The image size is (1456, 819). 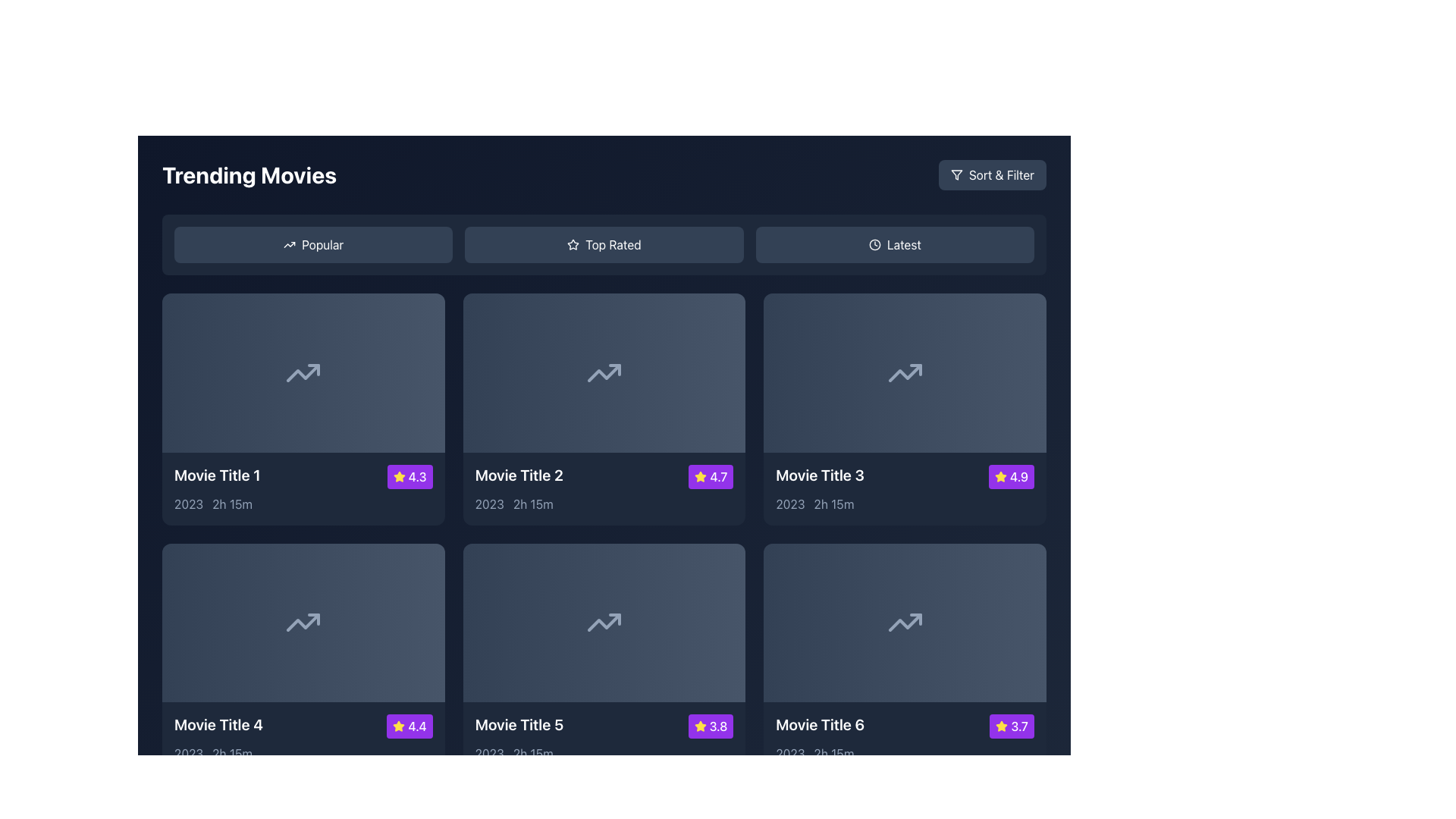 What do you see at coordinates (409, 475) in the screenshot?
I see `the Rating Badge located at the top-right of the first movie card, adjacent to 'Movie Title 1'` at bounding box center [409, 475].